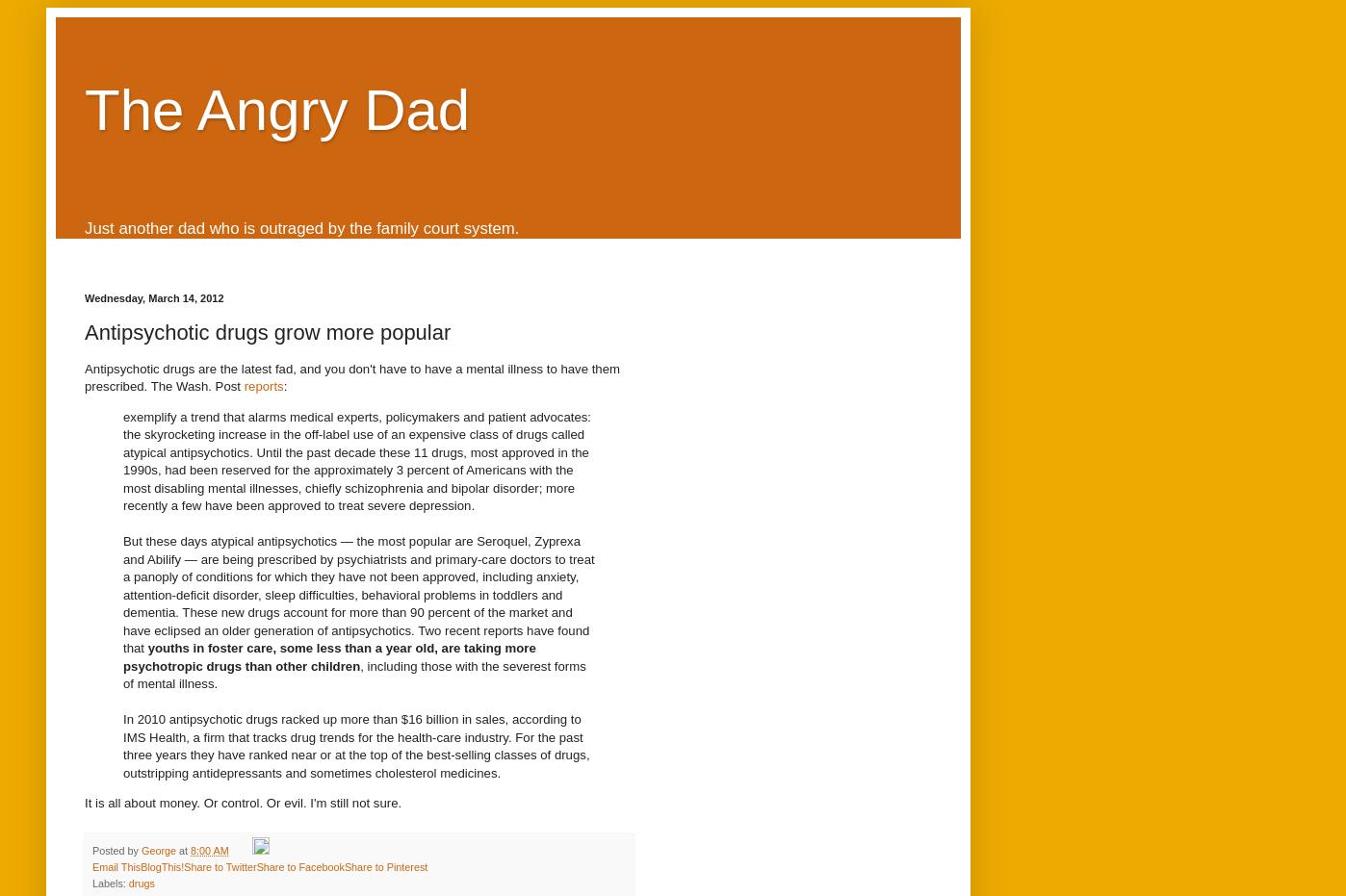 The height and width of the screenshot is (896, 1346). I want to click on 'BlogThis!', so click(162, 867).